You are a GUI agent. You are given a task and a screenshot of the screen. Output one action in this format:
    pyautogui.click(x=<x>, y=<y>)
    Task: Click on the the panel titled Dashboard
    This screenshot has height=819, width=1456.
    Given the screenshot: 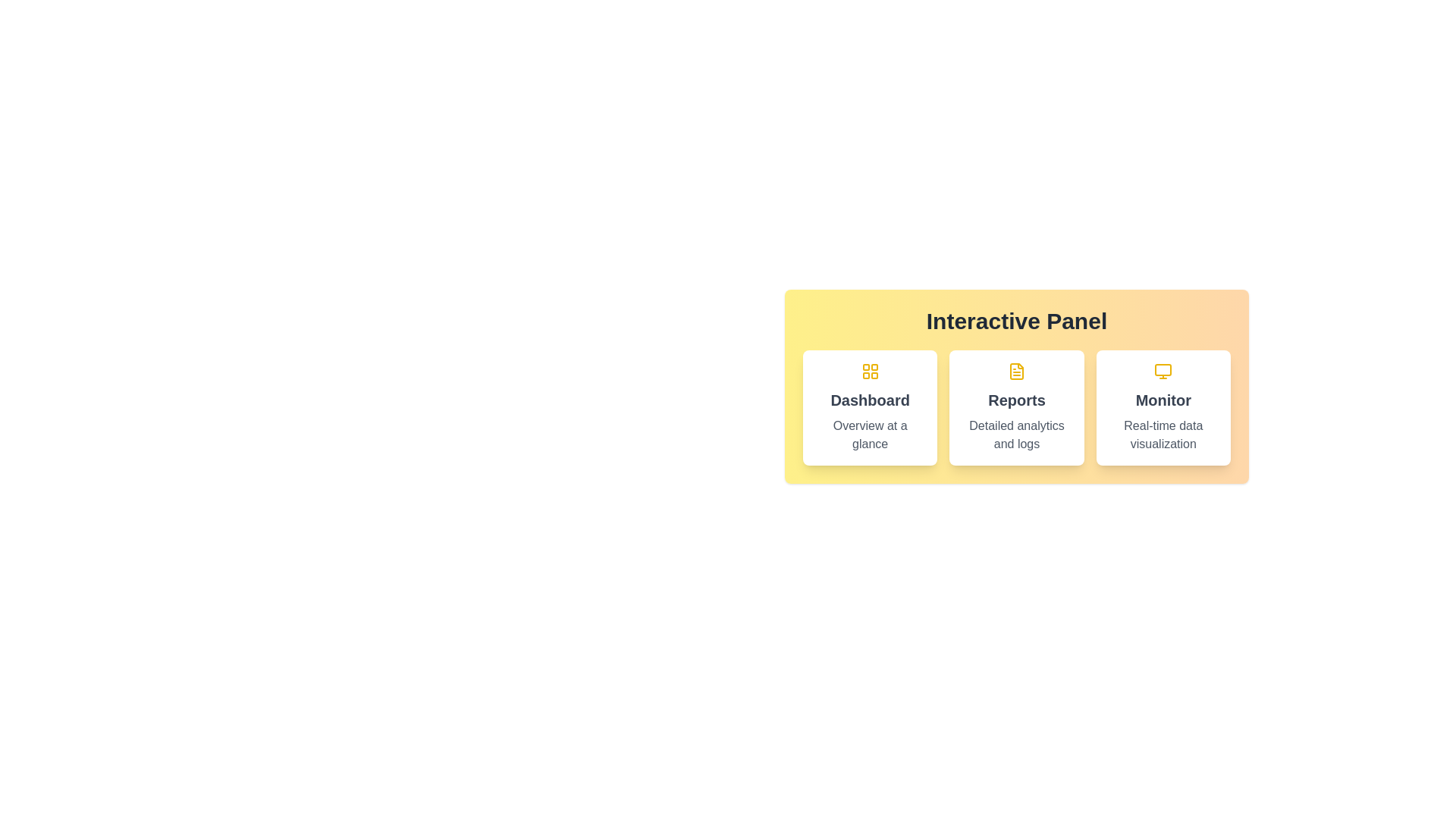 What is the action you would take?
    pyautogui.click(x=870, y=406)
    